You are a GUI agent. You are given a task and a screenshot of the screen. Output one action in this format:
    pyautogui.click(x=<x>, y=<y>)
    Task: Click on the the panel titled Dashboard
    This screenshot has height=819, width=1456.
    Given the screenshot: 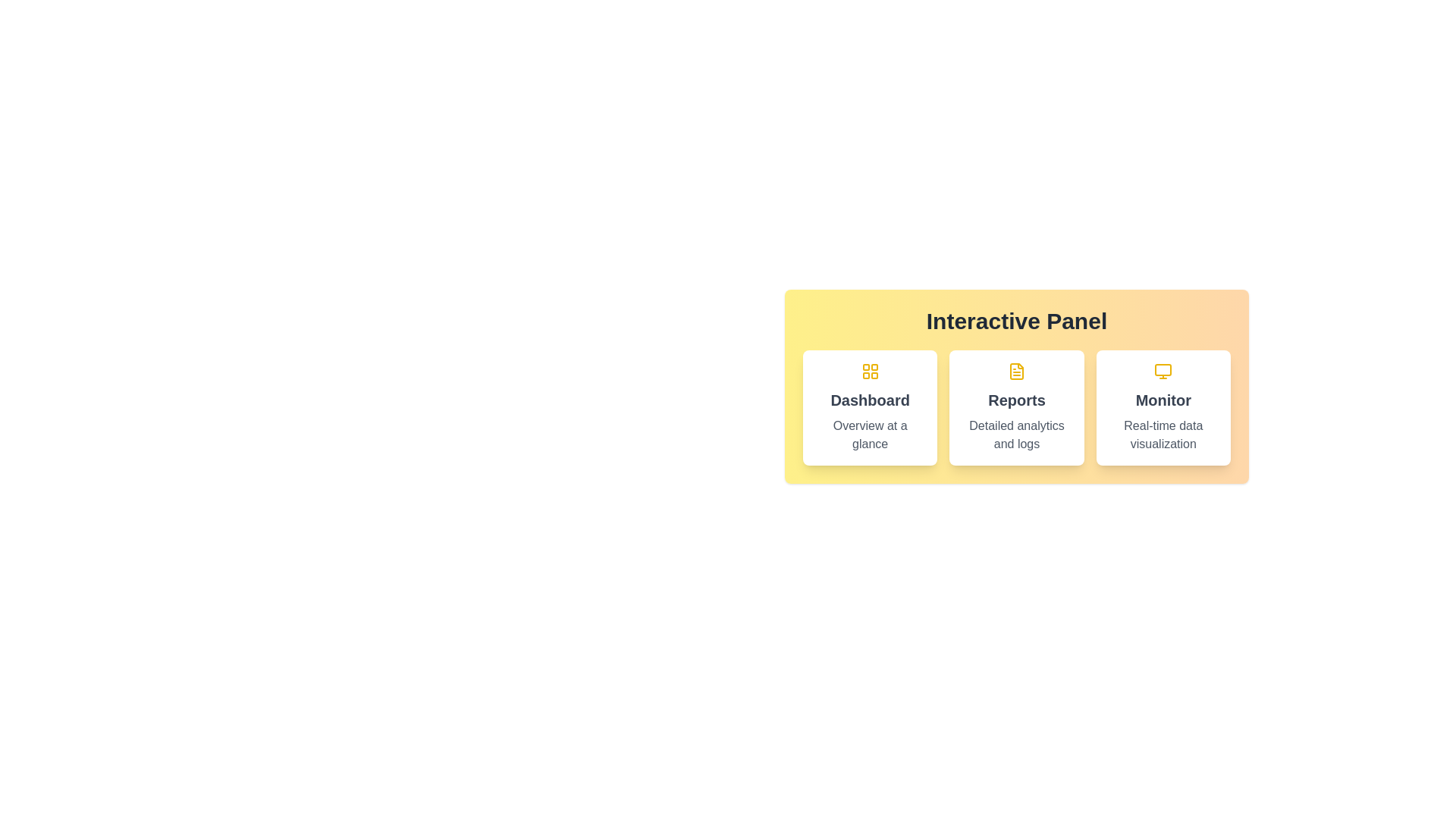 What is the action you would take?
    pyautogui.click(x=870, y=406)
    